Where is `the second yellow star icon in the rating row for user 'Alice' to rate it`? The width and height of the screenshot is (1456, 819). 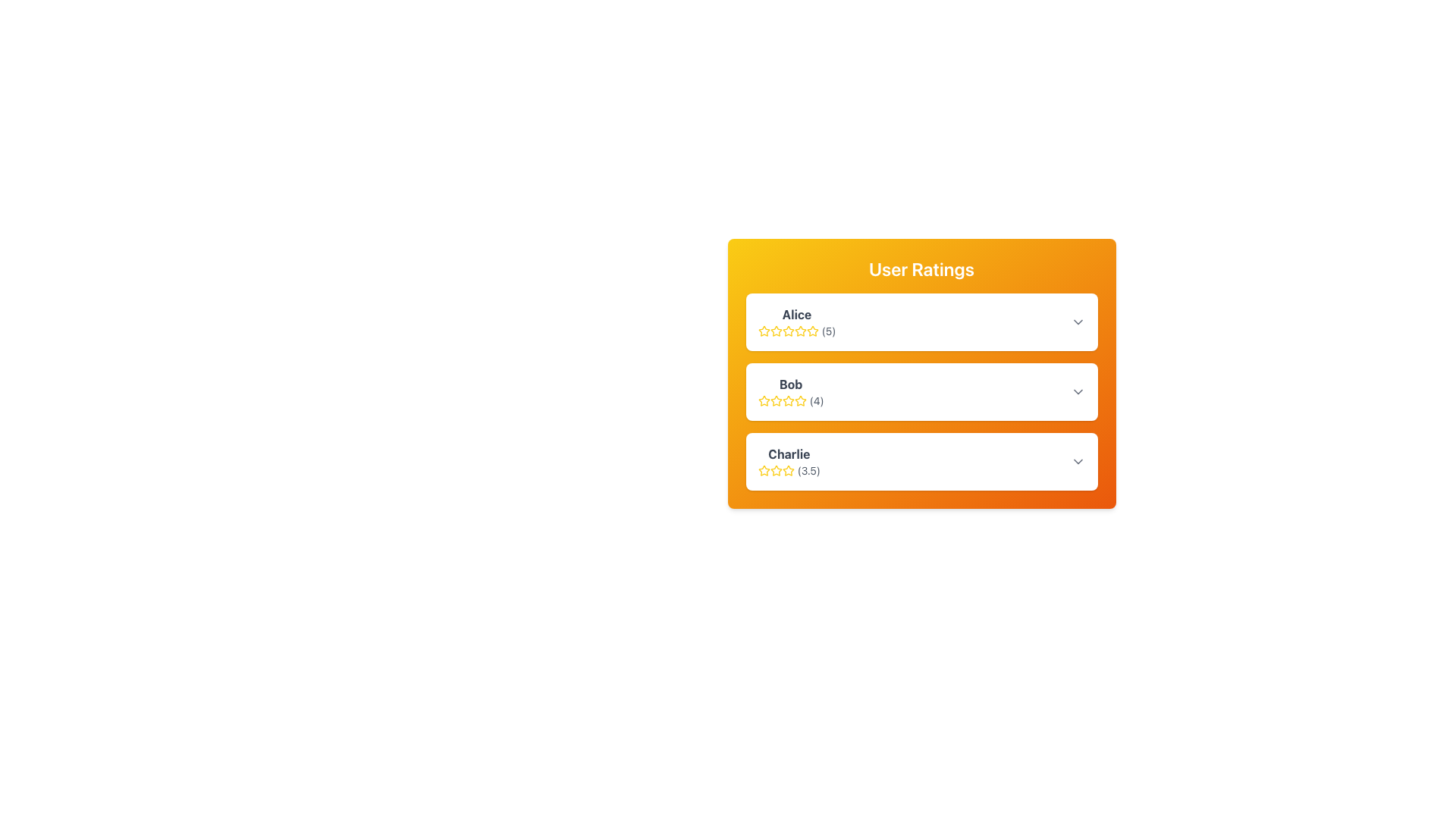
the second yellow star icon in the rating row for user 'Alice' to rate it is located at coordinates (787, 329).